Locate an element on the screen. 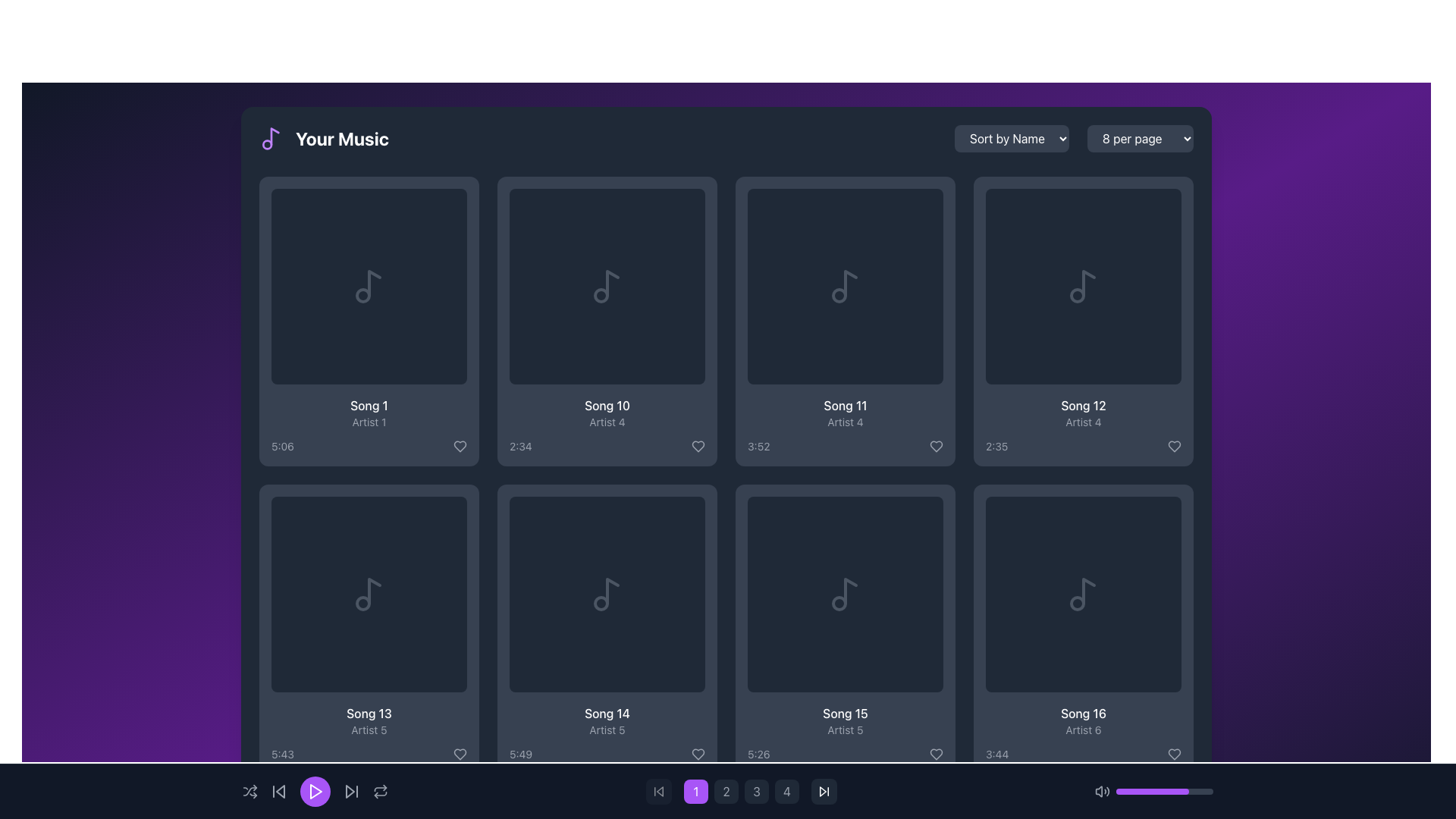 Image resolution: width=1456 pixels, height=819 pixels. text label displaying '5:49' to understand the duration of the track associated with 'Song 14' by 'Artist 5' is located at coordinates (607, 755).